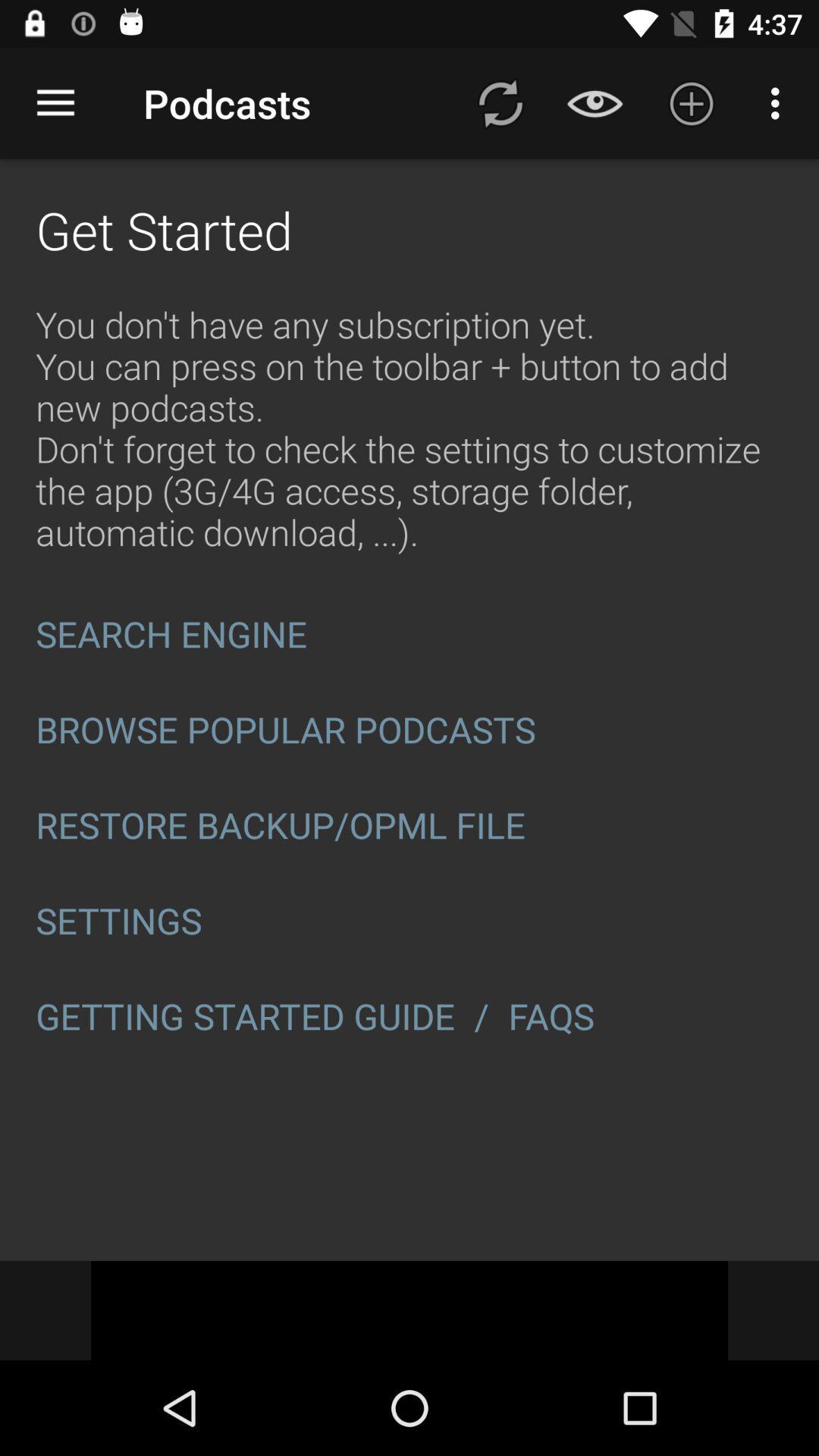 Image resolution: width=819 pixels, height=1456 pixels. I want to click on the icon above the get started icon, so click(55, 102).